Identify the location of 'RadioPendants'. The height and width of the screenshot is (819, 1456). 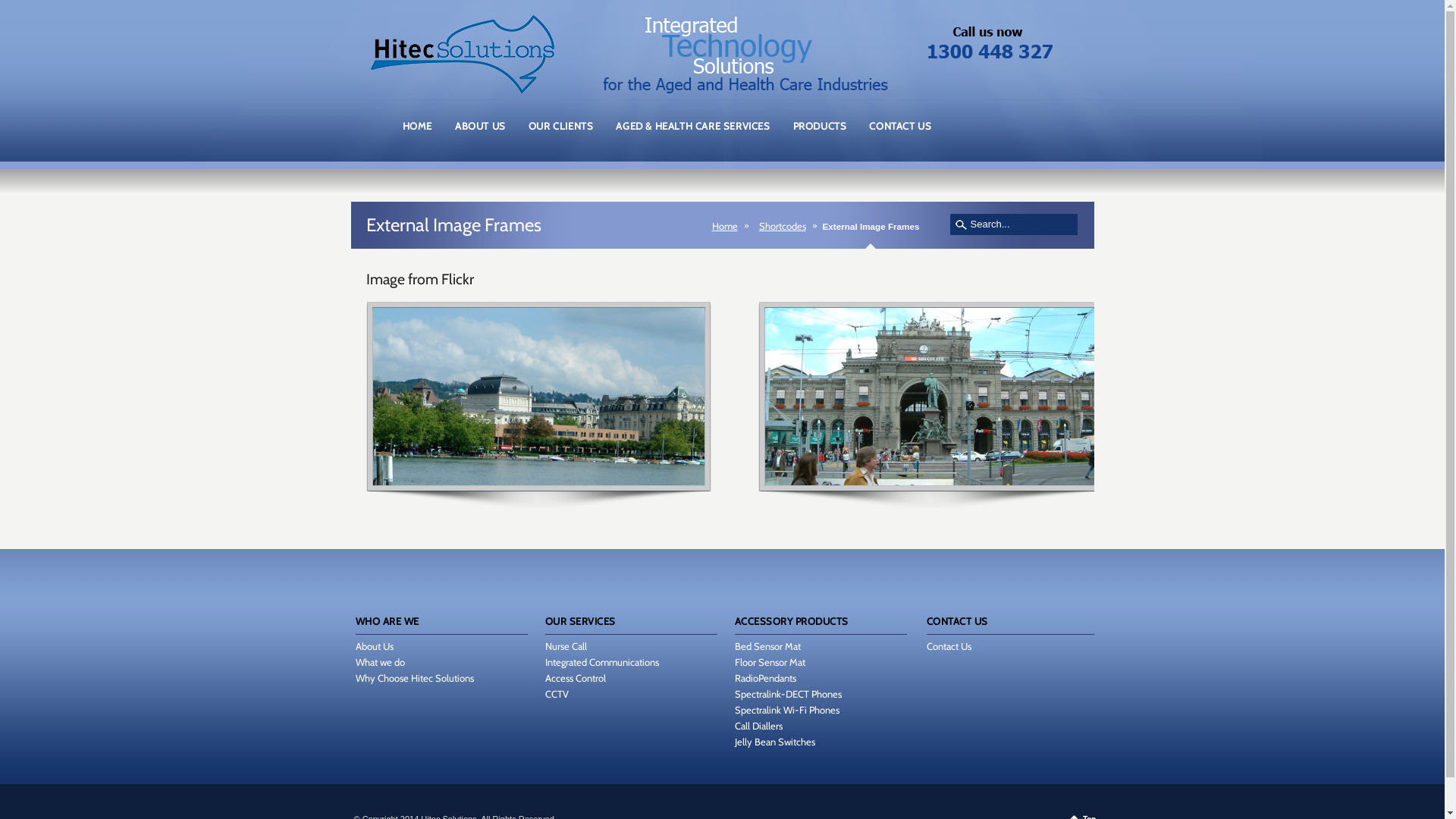
(764, 677).